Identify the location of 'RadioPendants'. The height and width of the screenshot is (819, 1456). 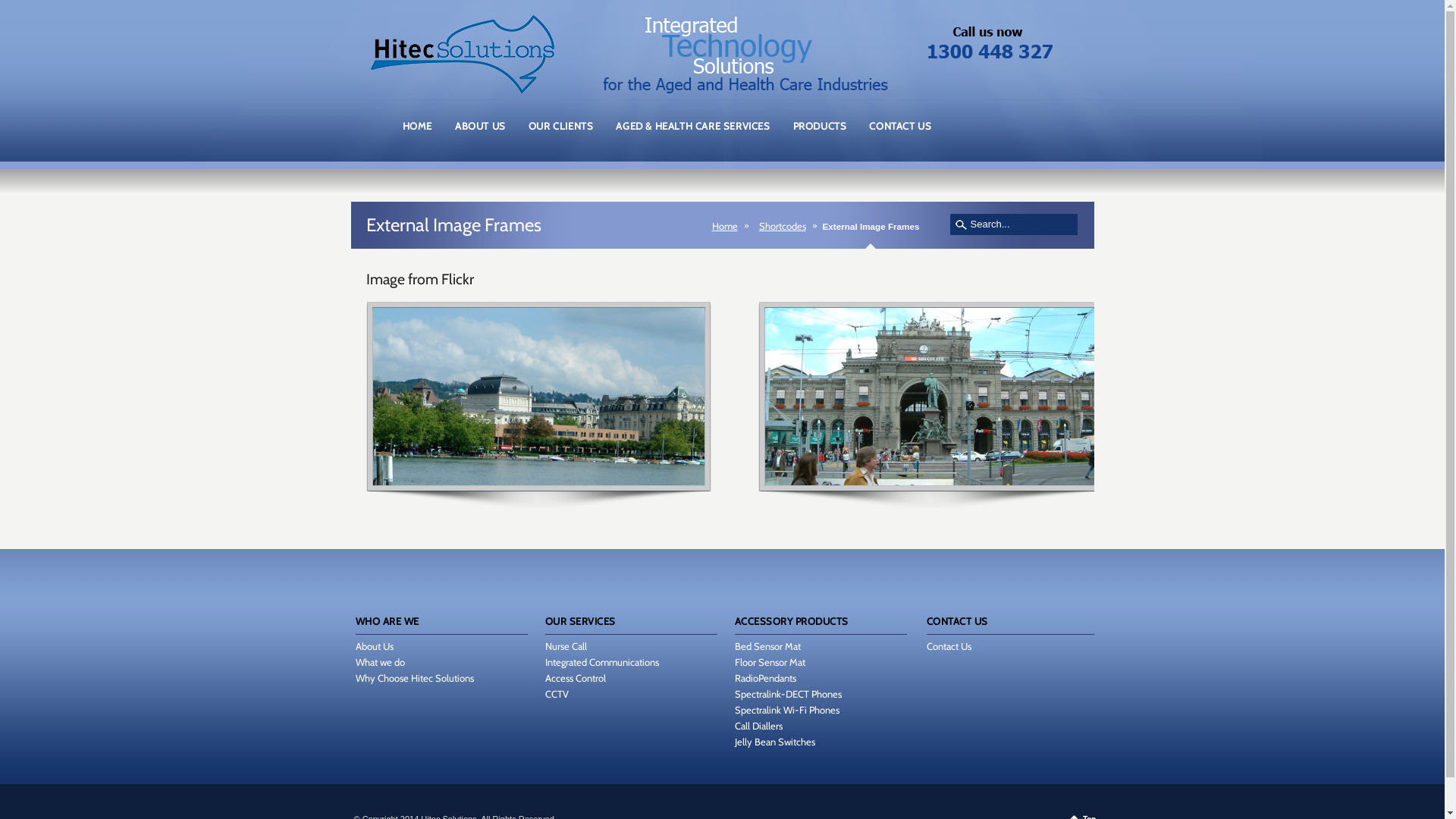
(764, 677).